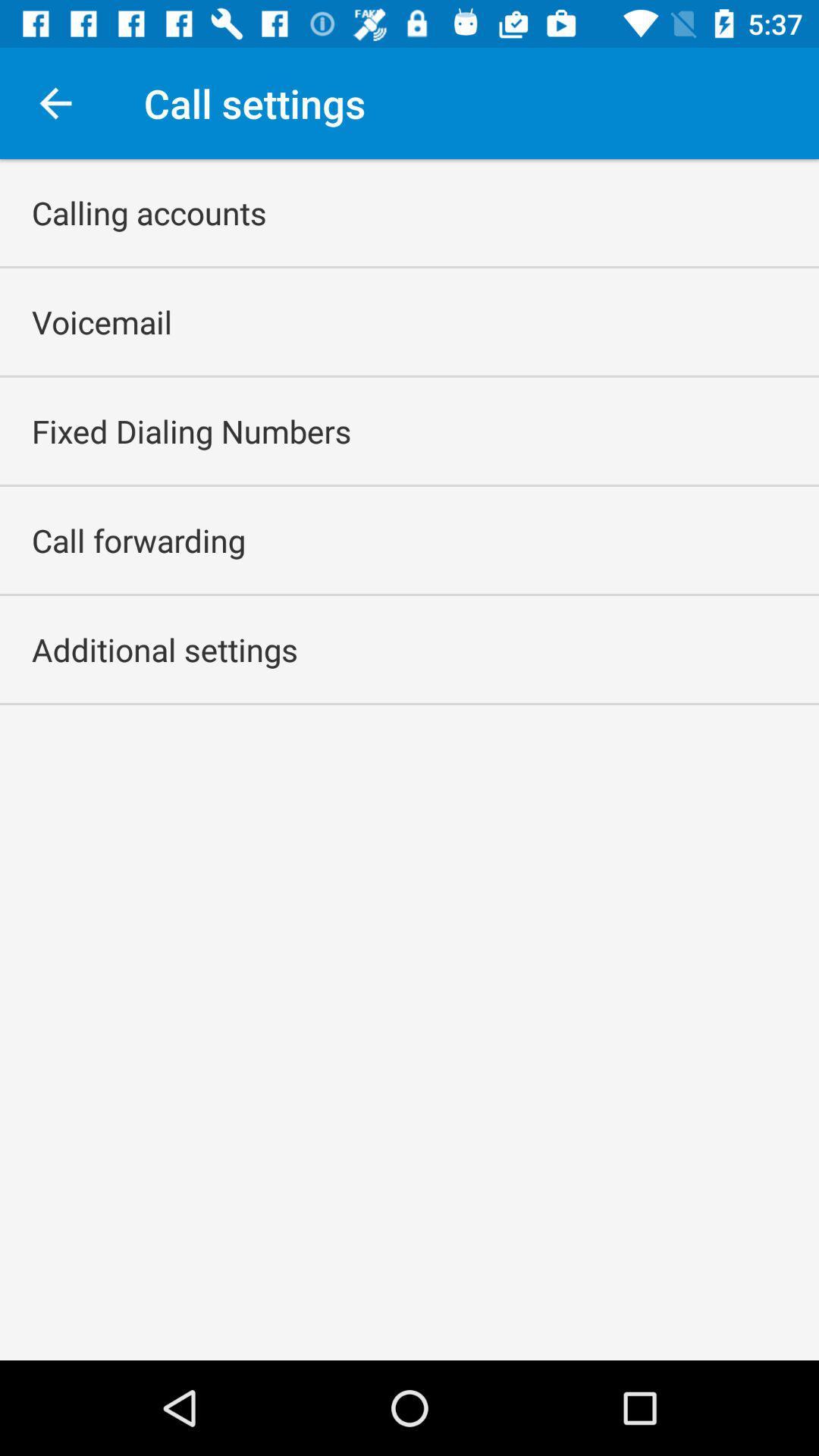 This screenshot has width=819, height=1456. I want to click on the call forwarding app, so click(138, 540).